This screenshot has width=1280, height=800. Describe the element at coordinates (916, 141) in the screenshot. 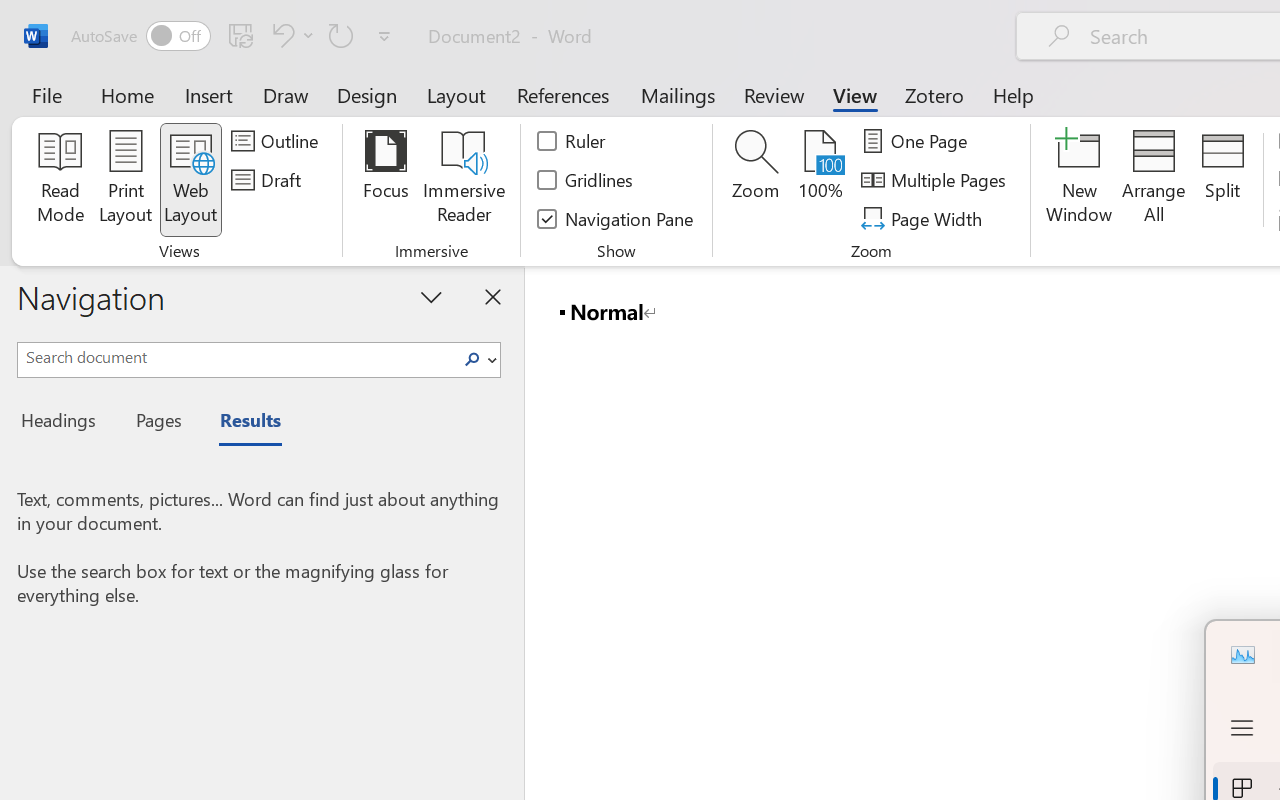

I see `'One Page'` at that location.